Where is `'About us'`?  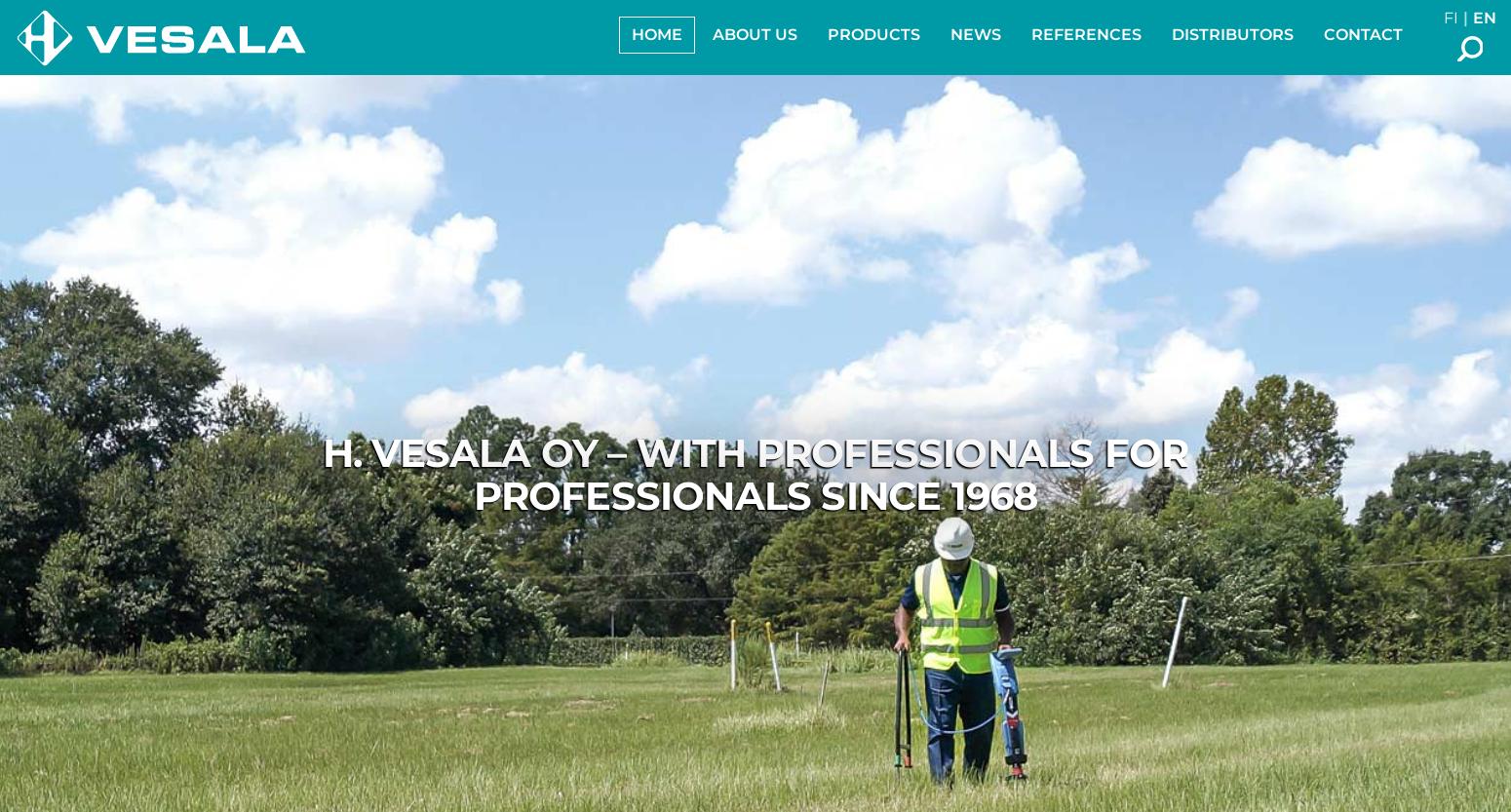
'About us' is located at coordinates (755, 34).